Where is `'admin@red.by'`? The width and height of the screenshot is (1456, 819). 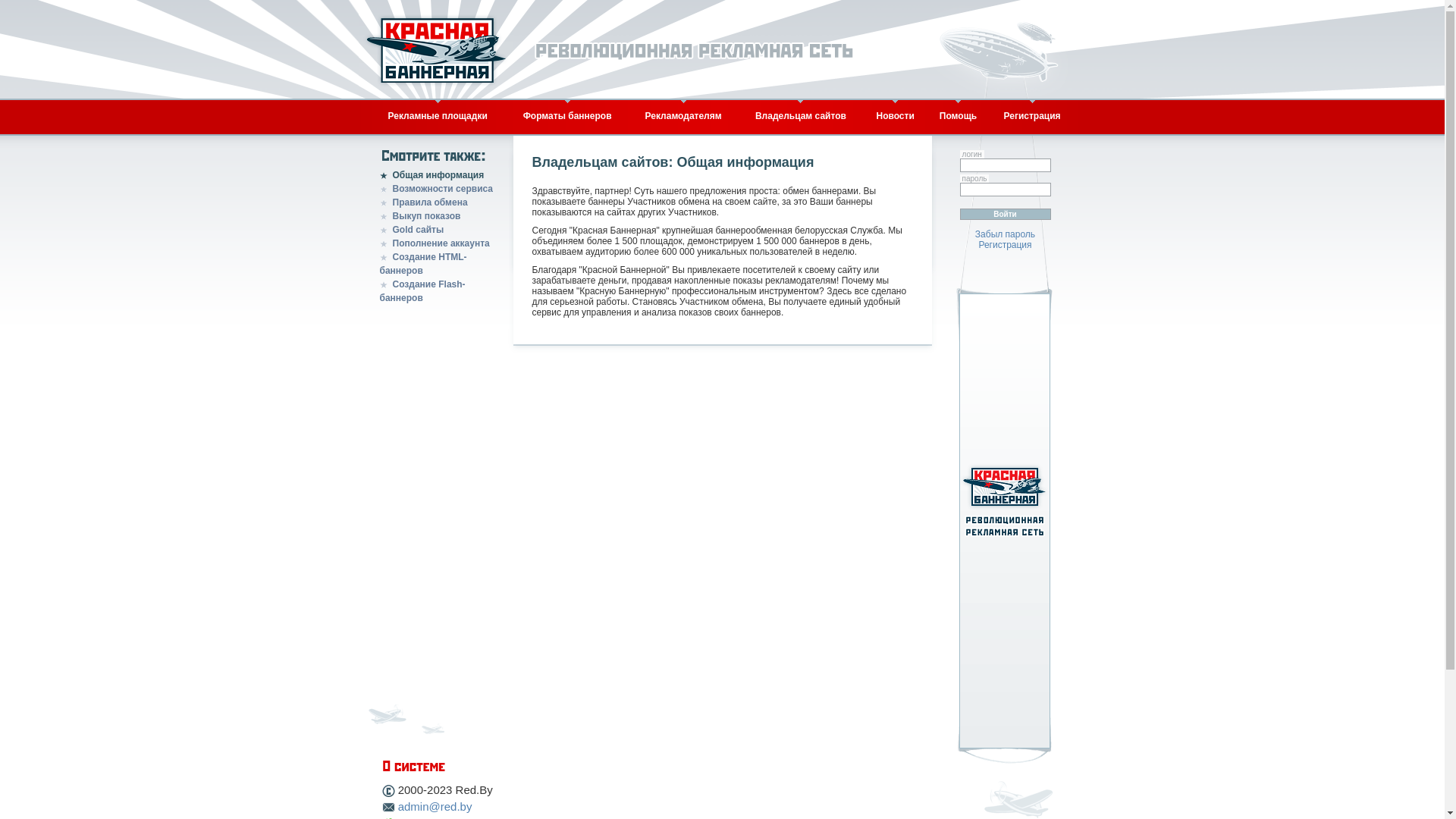
'admin@red.by' is located at coordinates (397, 805).